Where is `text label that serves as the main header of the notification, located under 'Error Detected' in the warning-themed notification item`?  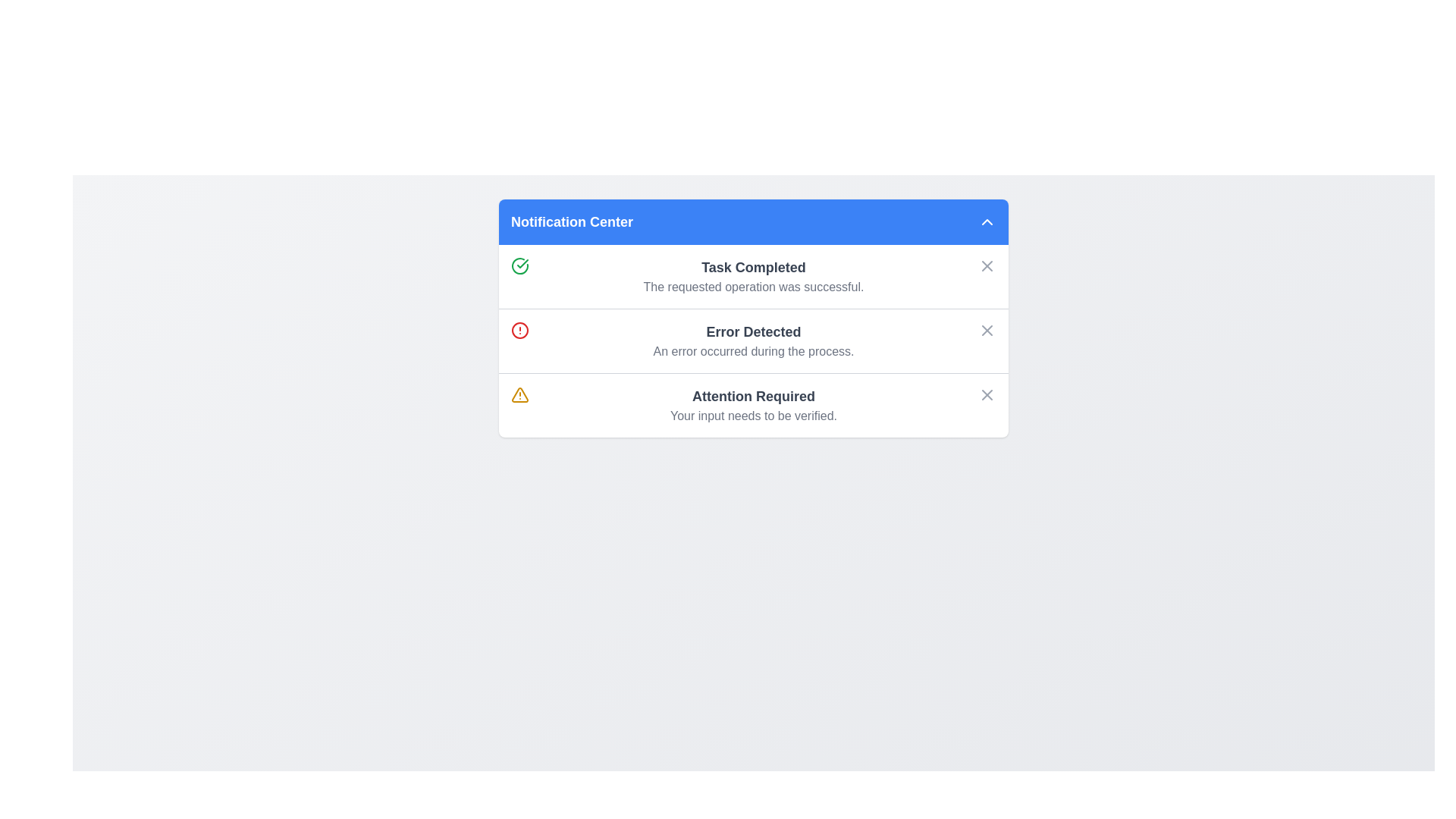
text label that serves as the main header of the notification, located under 'Error Detected' in the warning-themed notification item is located at coordinates (753, 396).